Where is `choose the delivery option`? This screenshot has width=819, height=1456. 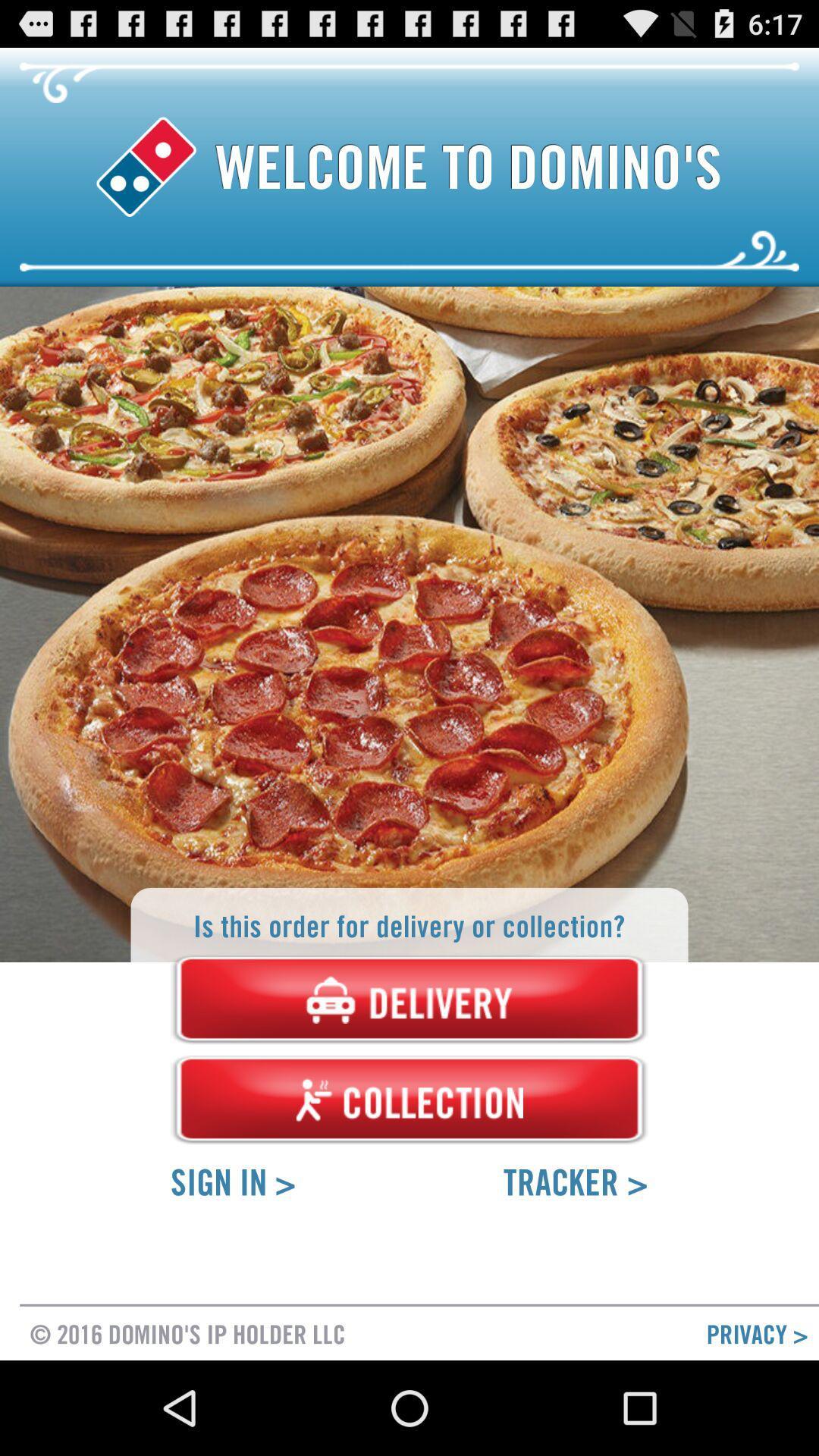
choose the delivery option is located at coordinates (409, 999).